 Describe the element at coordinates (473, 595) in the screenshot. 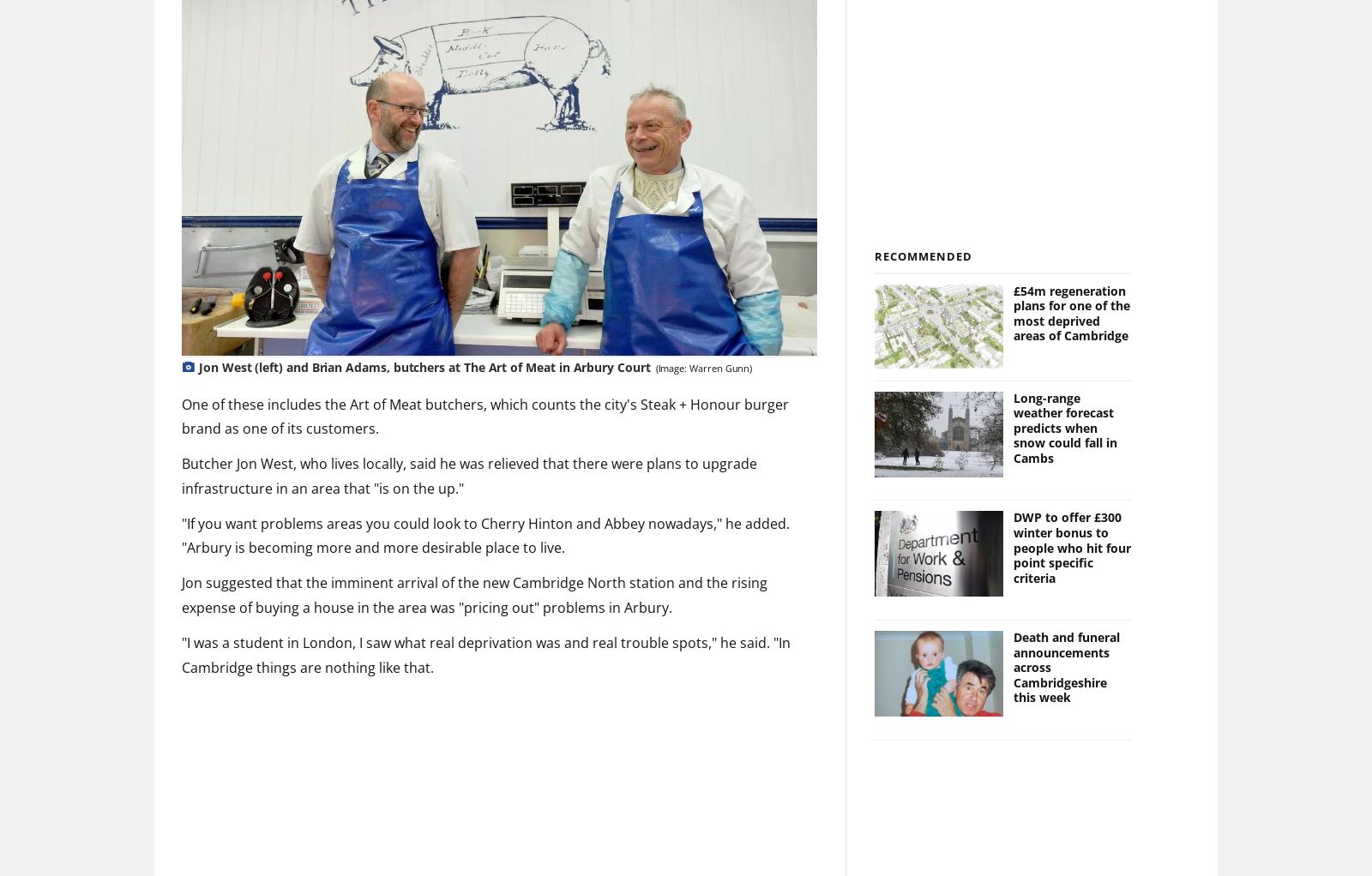

I see `'Jon suggested that the imminent arrival of the new Cambridge North station and the rising expense of buying a house in the area was "pricing out" problems in Arbury.'` at that location.